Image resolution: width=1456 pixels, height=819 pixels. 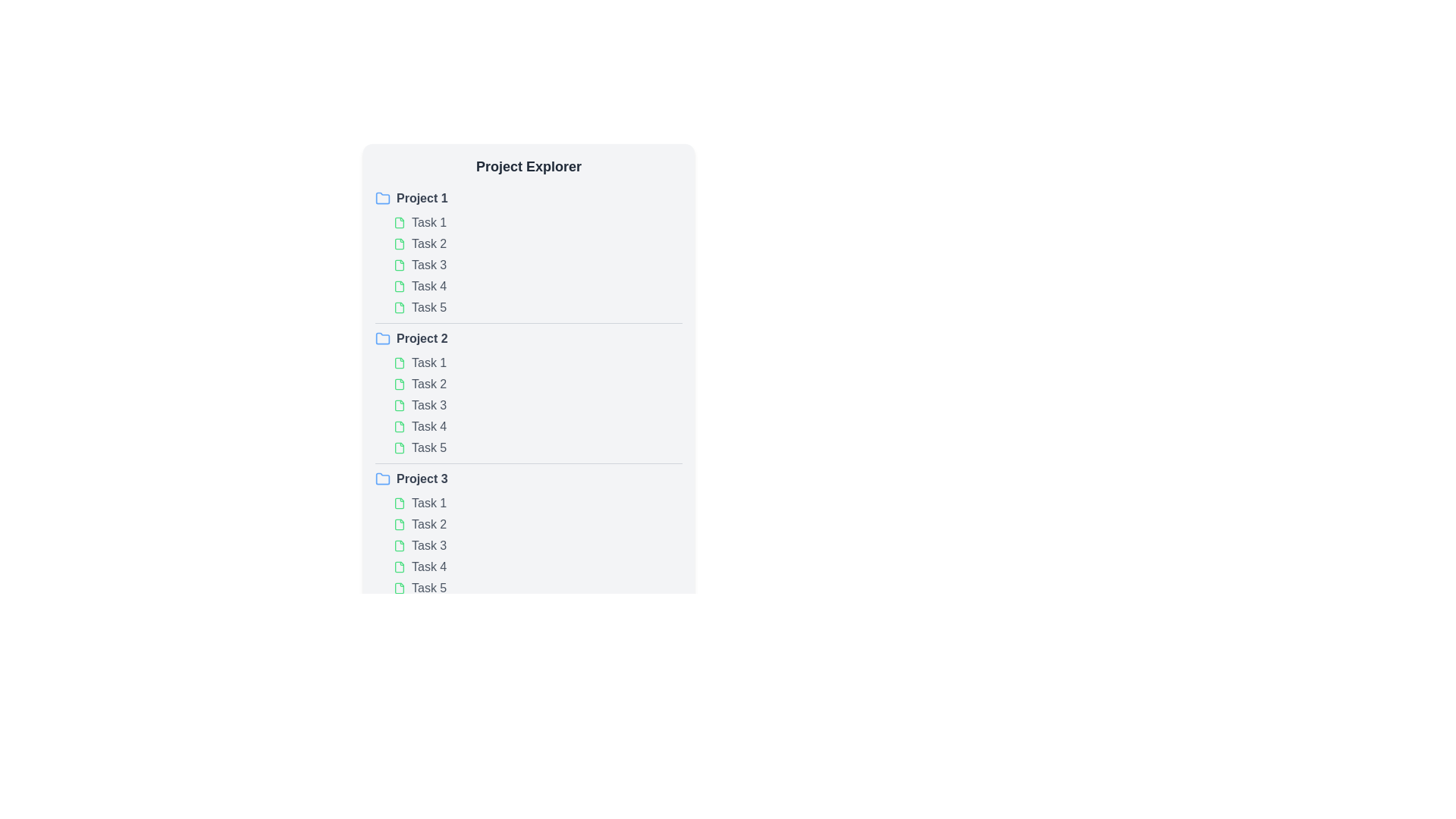 What do you see at coordinates (428, 567) in the screenshot?
I see `the text label representing the fourth task under 'Project 3' in the Project Explorer` at bounding box center [428, 567].